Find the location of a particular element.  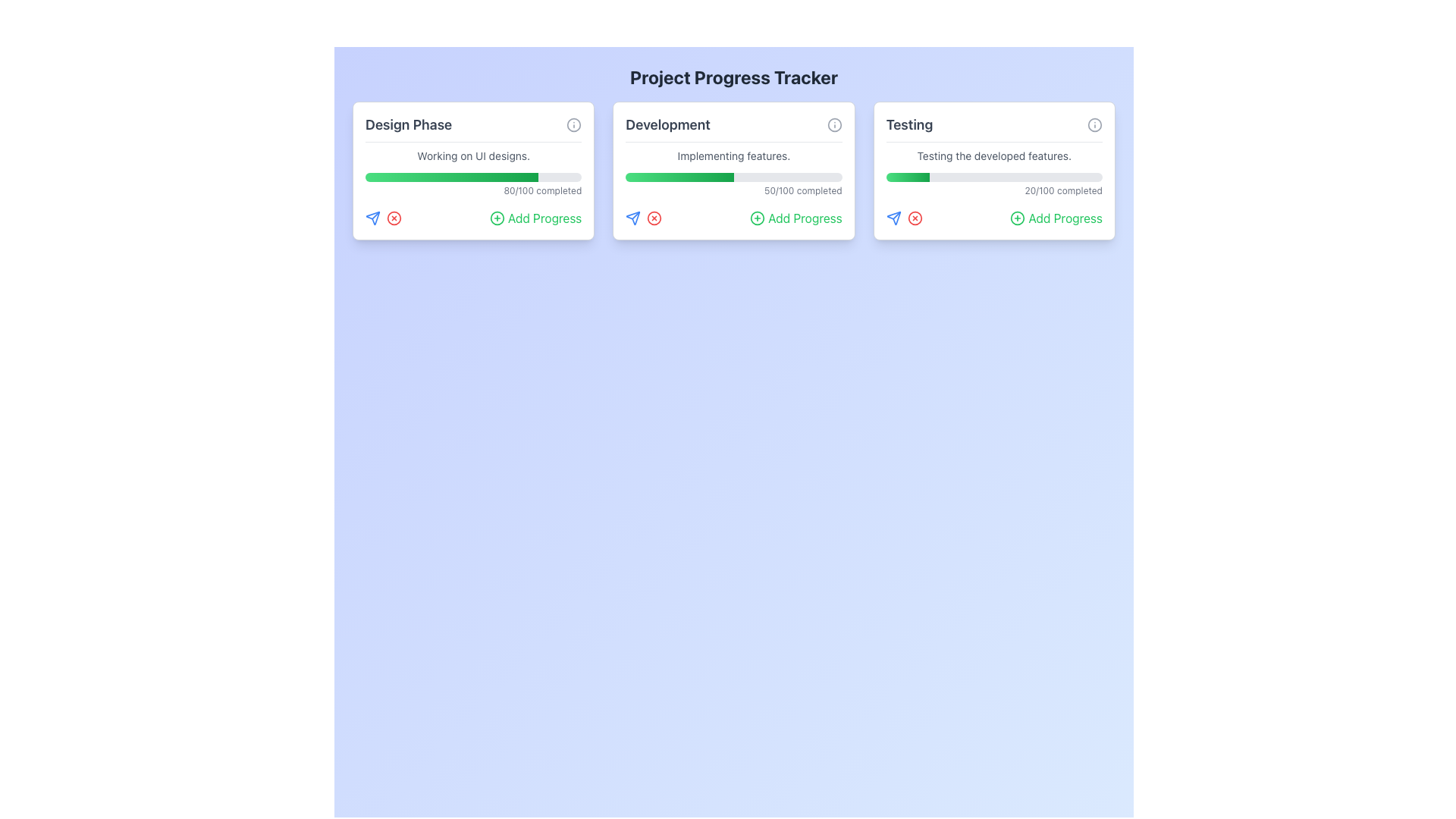

the progress visually by focusing on the horizontal gradient progress bar located in the 'Design Phase' card, which transitions from light green to darker green is located at coordinates (451, 177).